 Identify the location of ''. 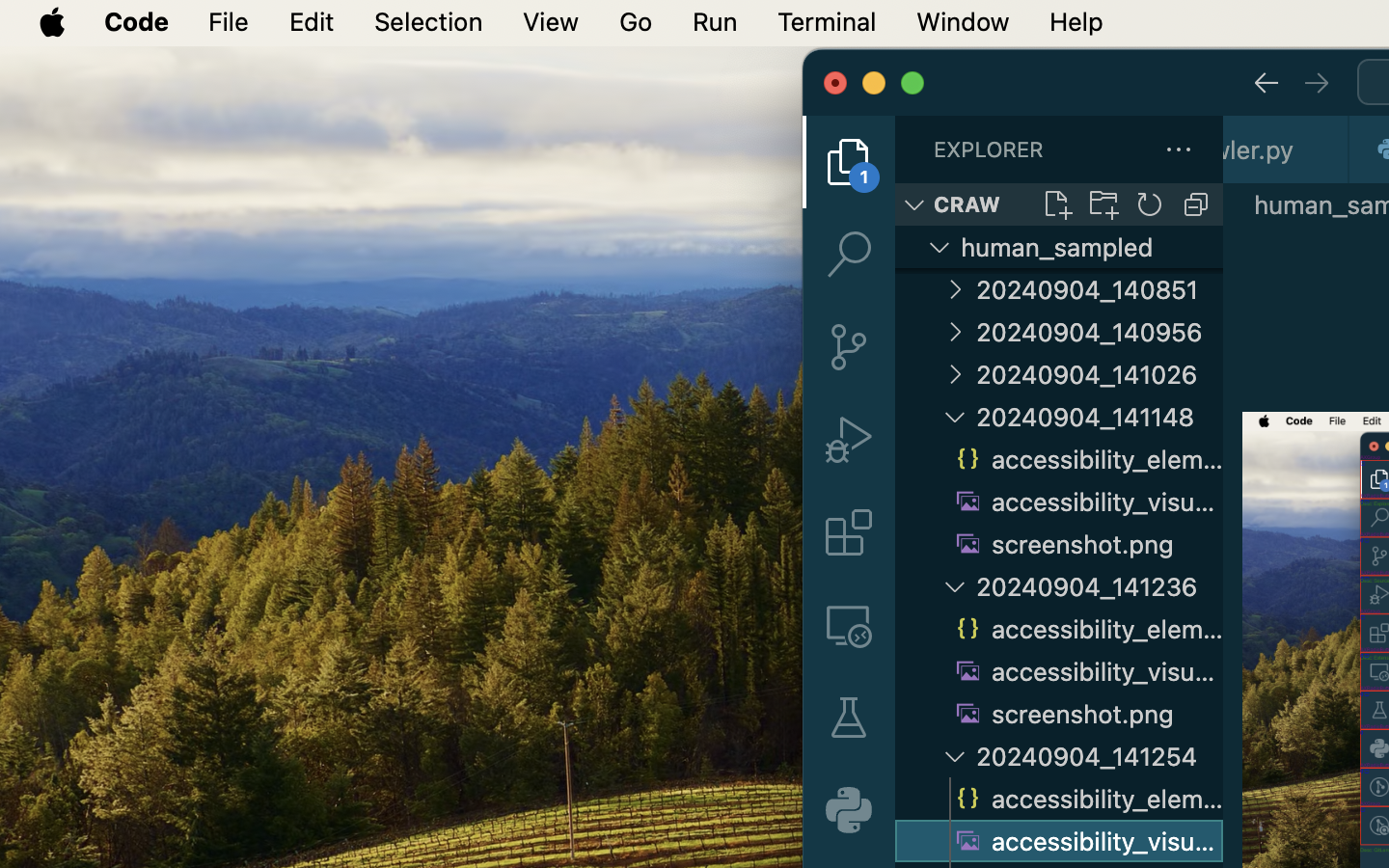
(847, 253).